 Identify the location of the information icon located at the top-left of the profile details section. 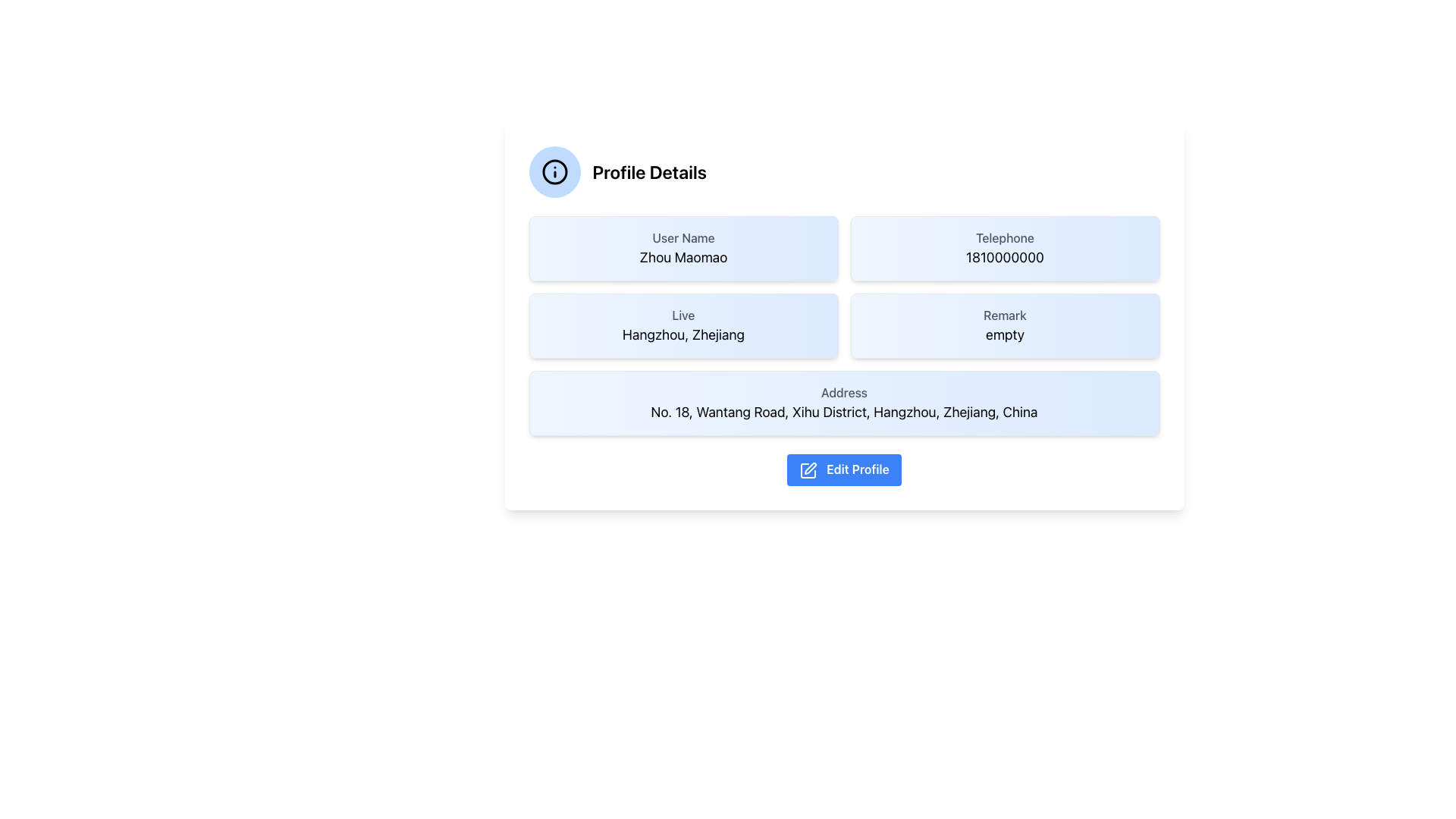
(554, 171).